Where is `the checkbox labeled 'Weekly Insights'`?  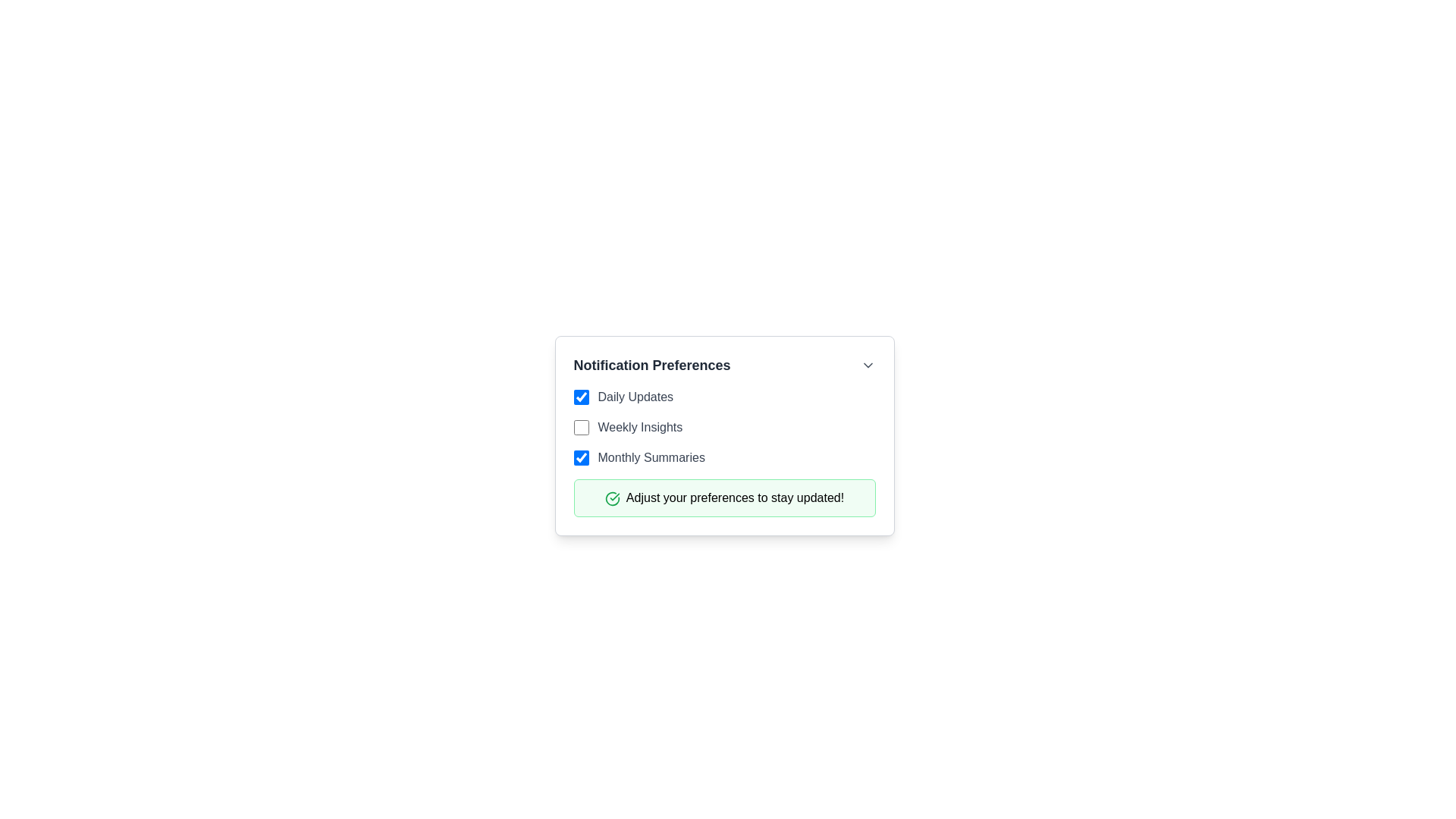 the checkbox labeled 'Weekly Insights' is located at coordinates (723, 427).